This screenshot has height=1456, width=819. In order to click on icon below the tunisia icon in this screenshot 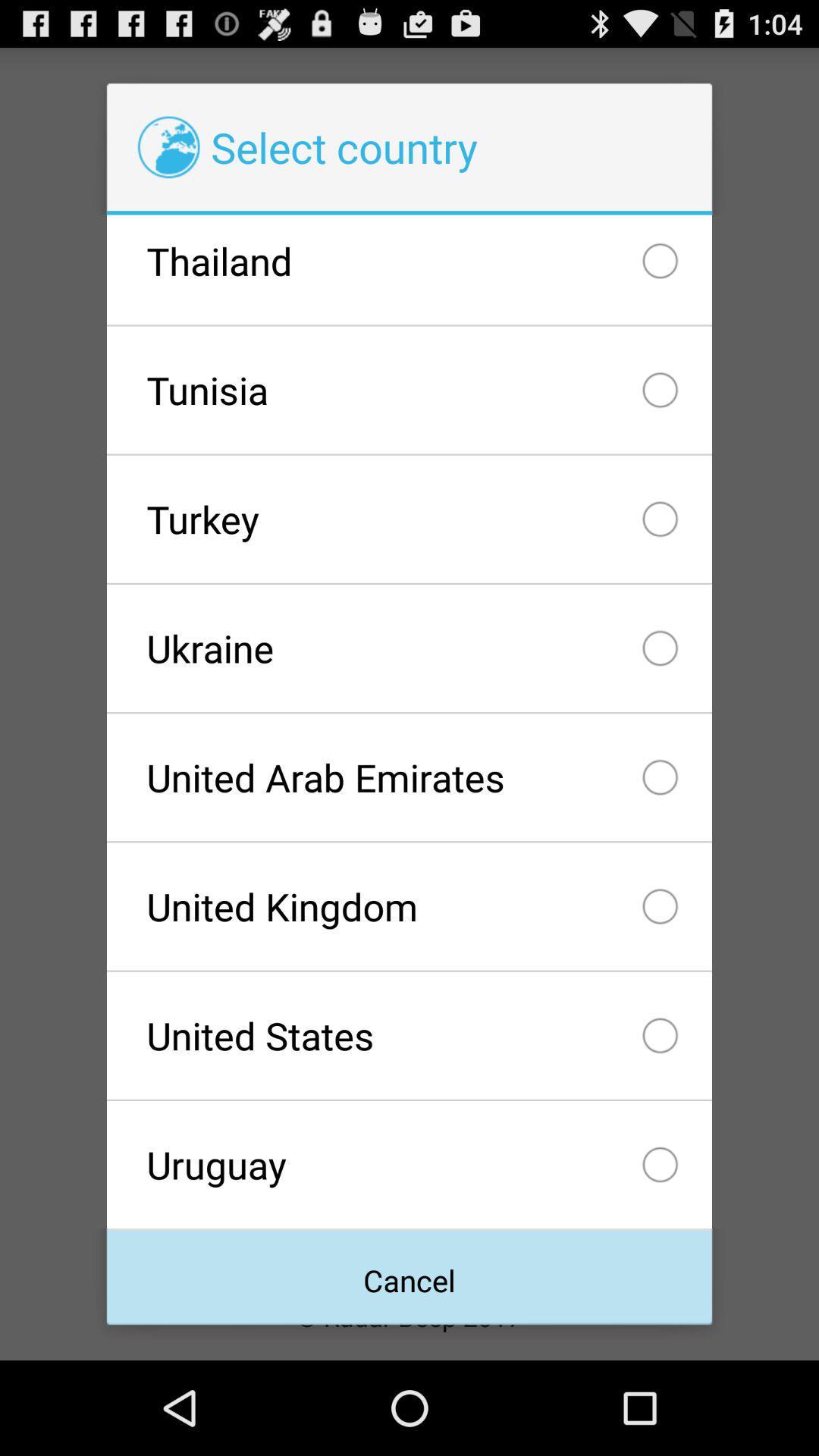, I will do `click(409, 519)`.